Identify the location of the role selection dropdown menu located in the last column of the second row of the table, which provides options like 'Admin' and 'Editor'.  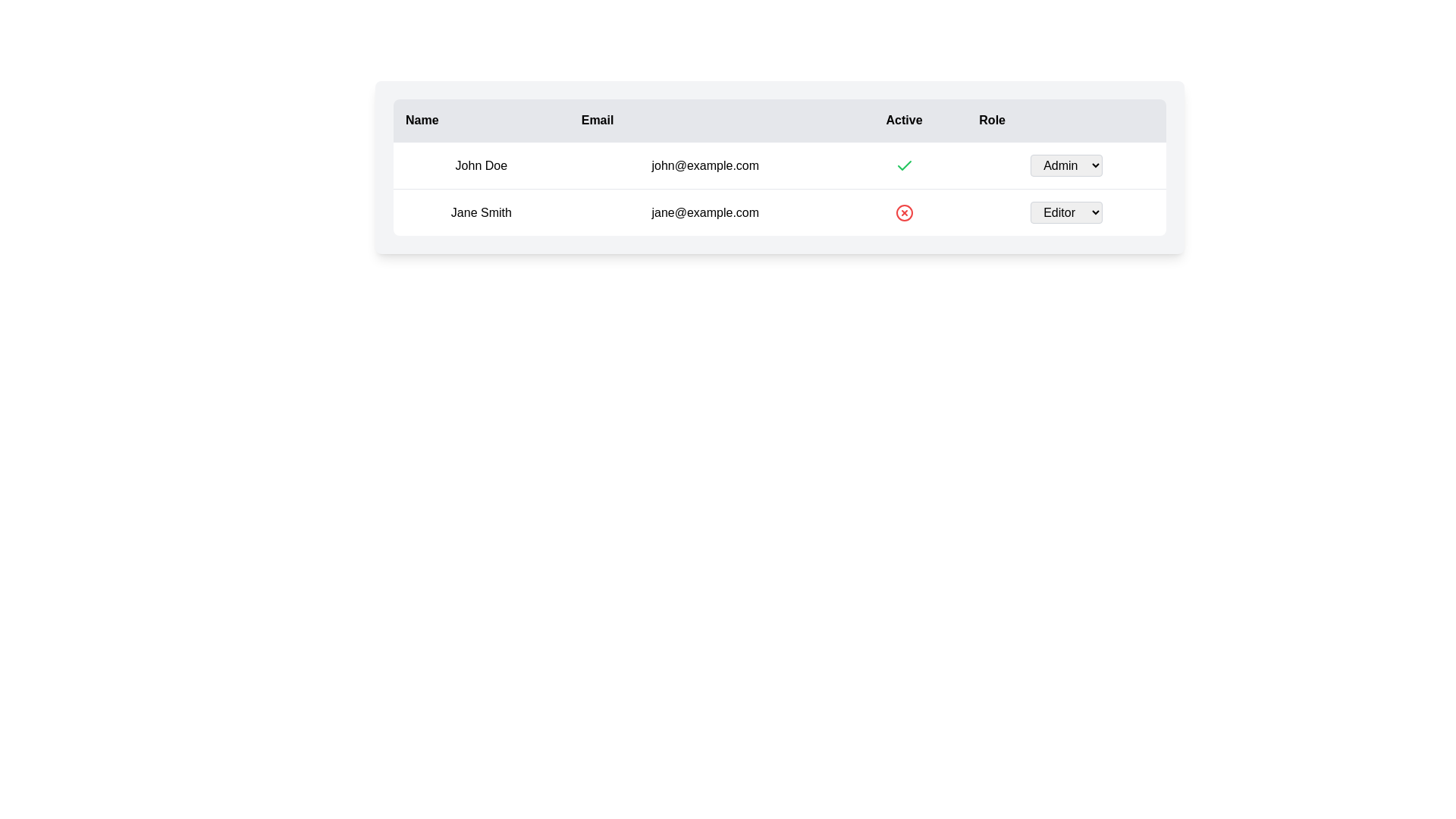
(1065, 212).